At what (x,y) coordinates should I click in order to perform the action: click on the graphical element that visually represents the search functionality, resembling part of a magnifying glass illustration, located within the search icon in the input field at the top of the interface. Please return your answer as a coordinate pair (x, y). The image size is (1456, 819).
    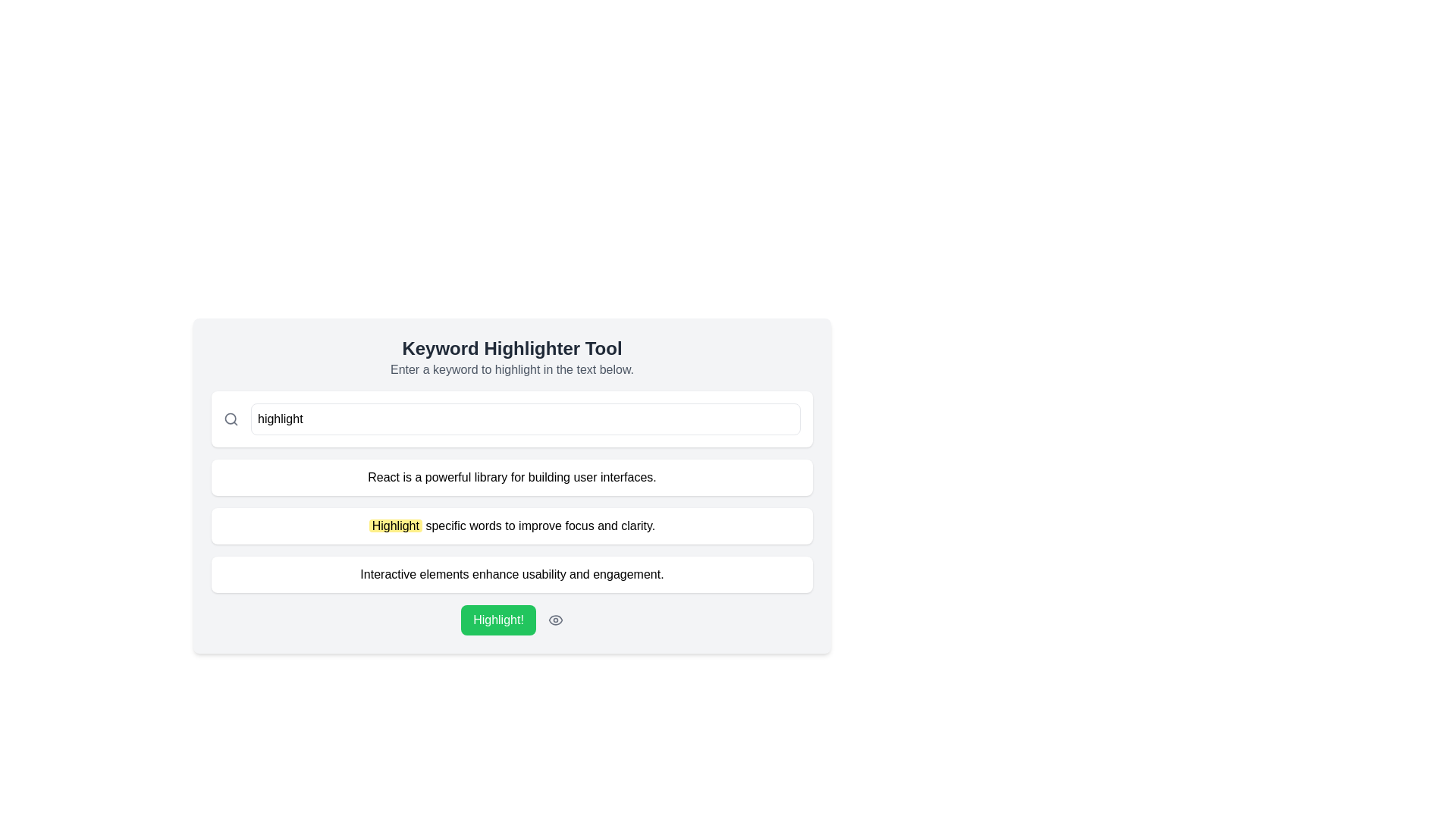
    Looking at the image, I should click on (230, 419).